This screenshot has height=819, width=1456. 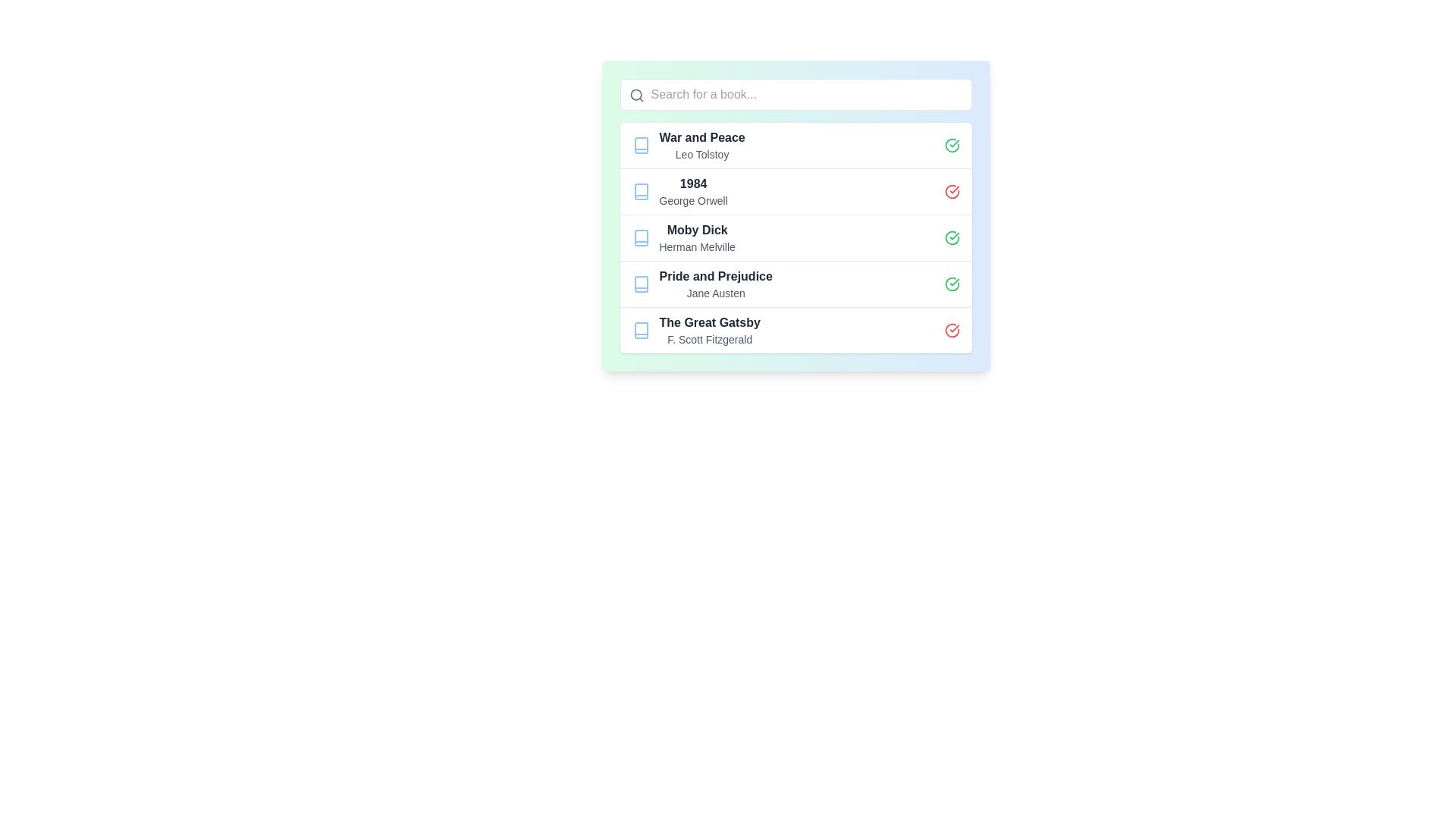 What do you see at coordinates (641, 329) in the screenshot?
I see `the book icon styled in light blue that is adjacent to the text 'The Great Gatsby' and 'F. Scott Fitzgerald'` at bounding box center [641, 329].